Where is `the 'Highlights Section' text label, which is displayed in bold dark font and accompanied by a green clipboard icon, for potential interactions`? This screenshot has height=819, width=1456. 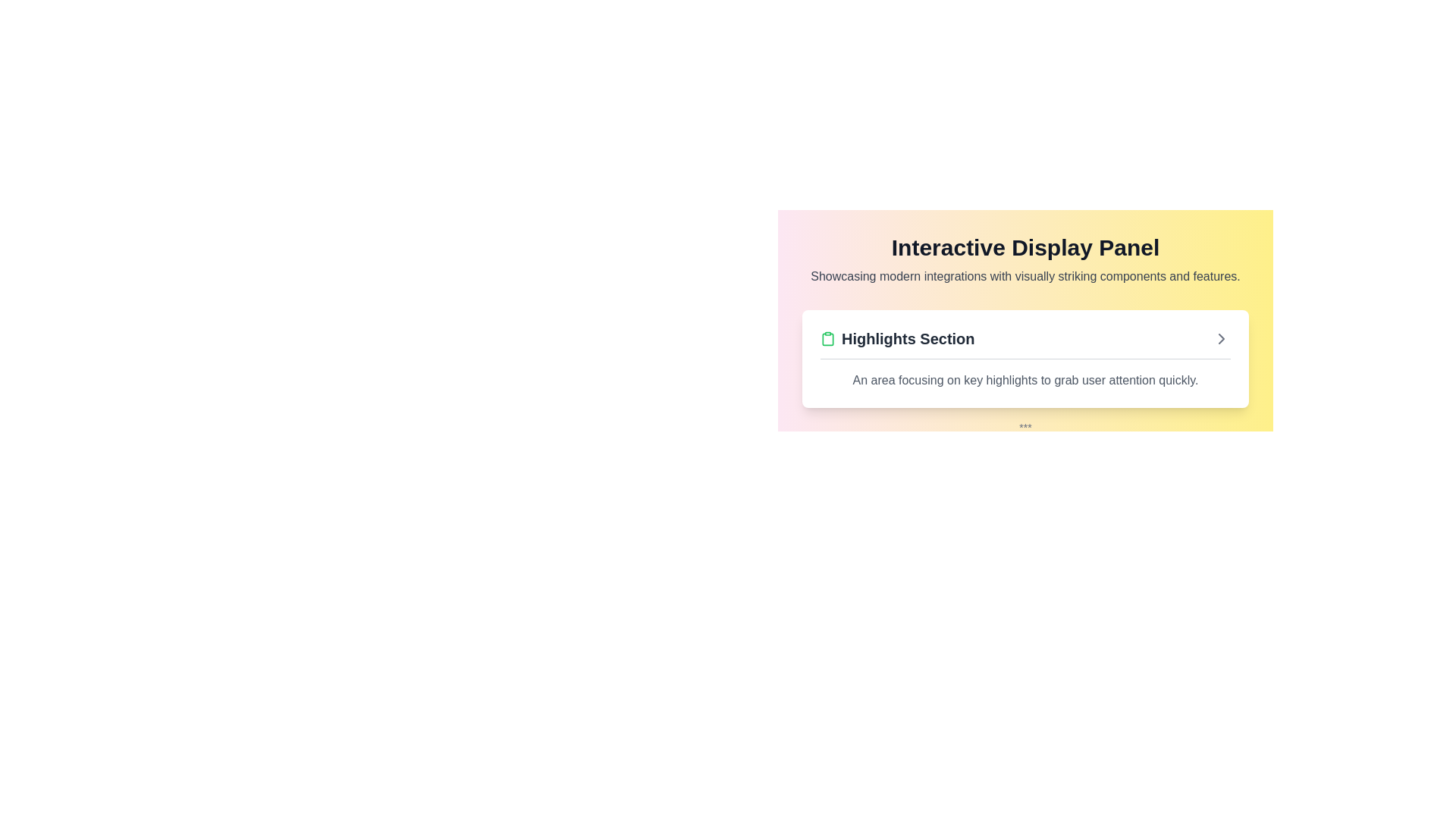 the 'Highlights Section' text label, which is displayed in bold dark font and accompanied by a green clipboard icon, for potential interactions is located at coordinates (897, 338).